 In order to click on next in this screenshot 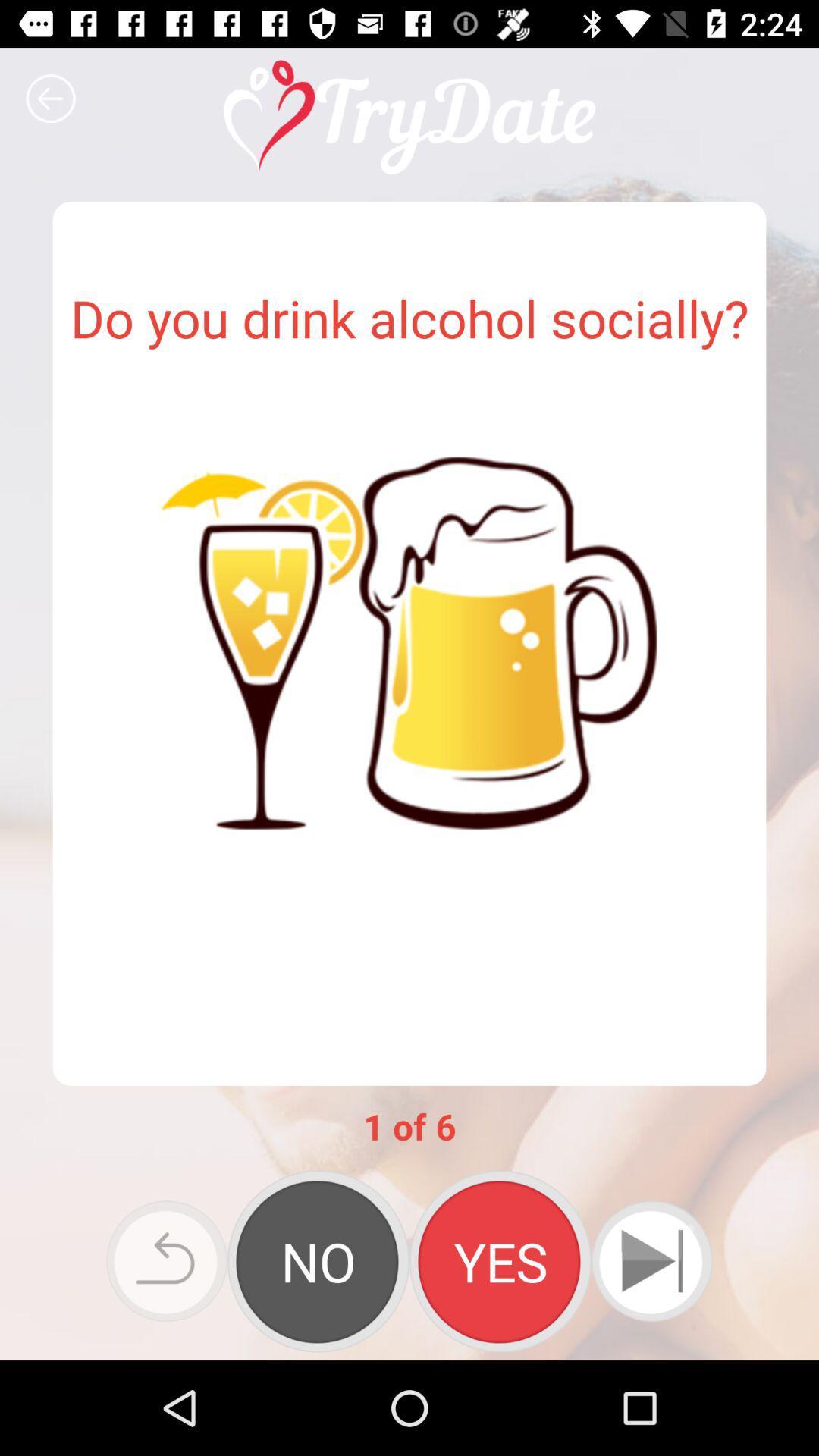, I will do `click(651, 1261)`.